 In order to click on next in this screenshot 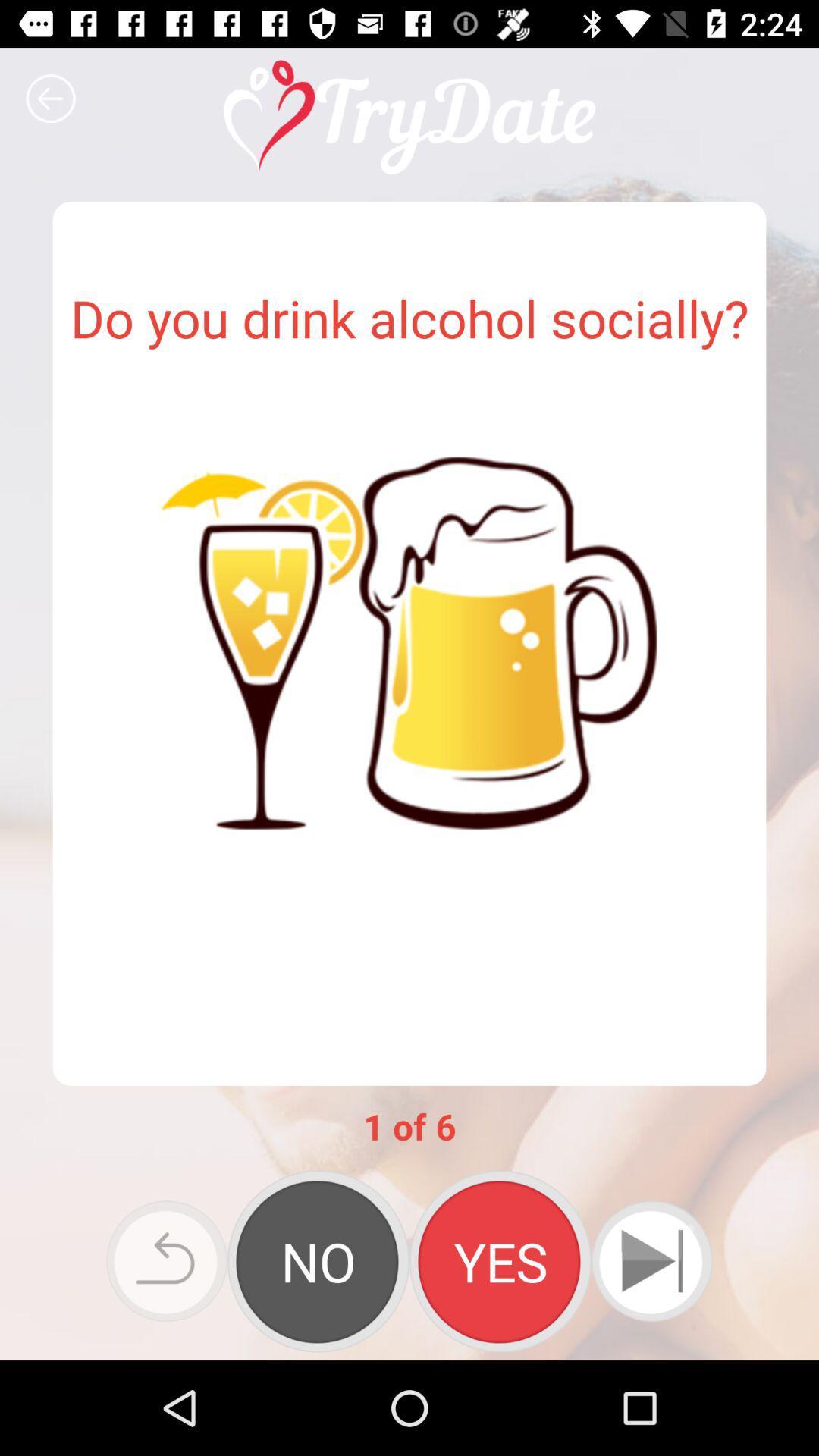, I will do `click(651, 1261)`.